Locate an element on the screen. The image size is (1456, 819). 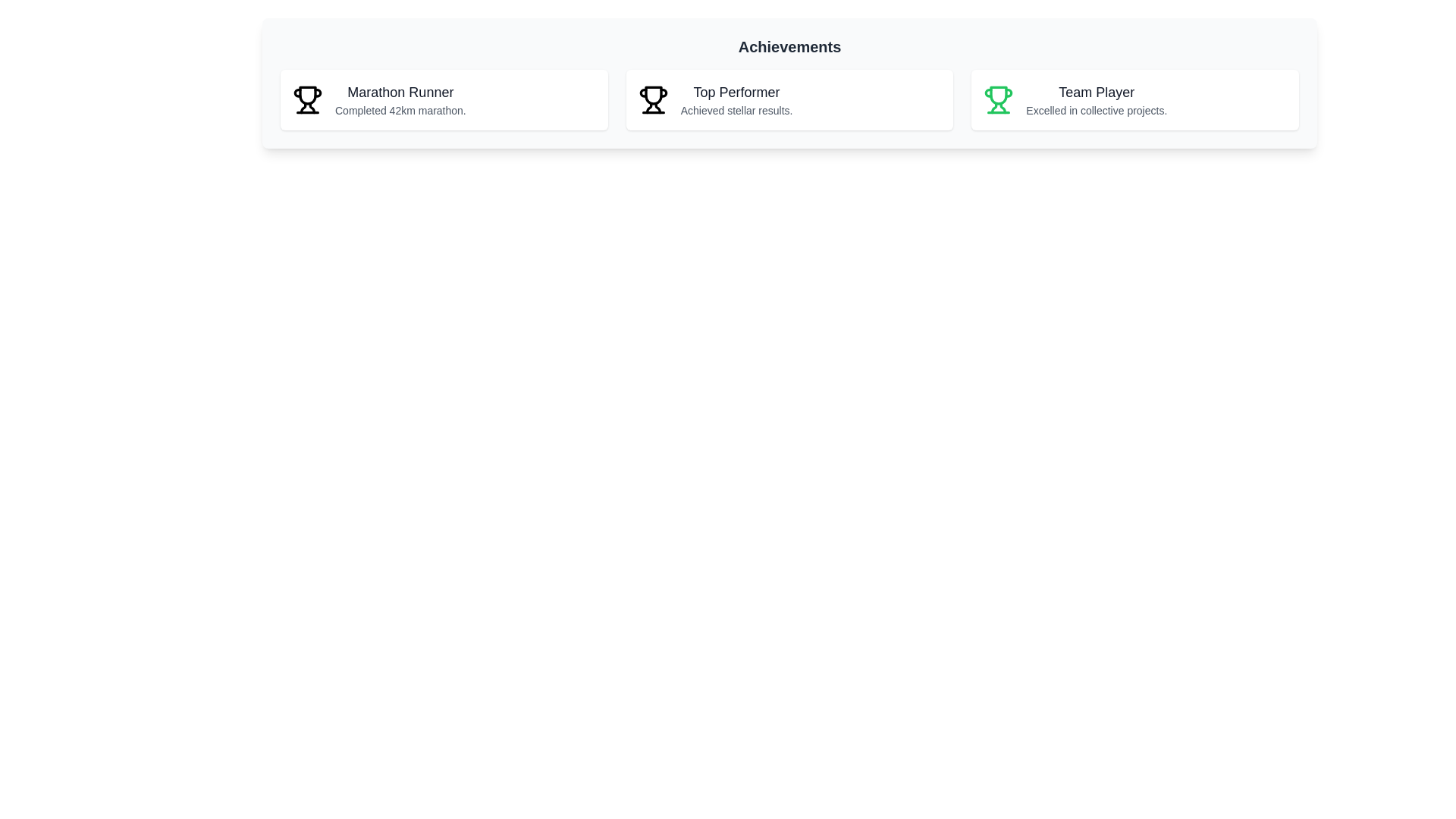
the main body of the trophy icon, which is filled in black and is part of the 'Top Performer' achievement icon, located in the center of the achievements list in the second card from the left is located at coordinates (653, 96).